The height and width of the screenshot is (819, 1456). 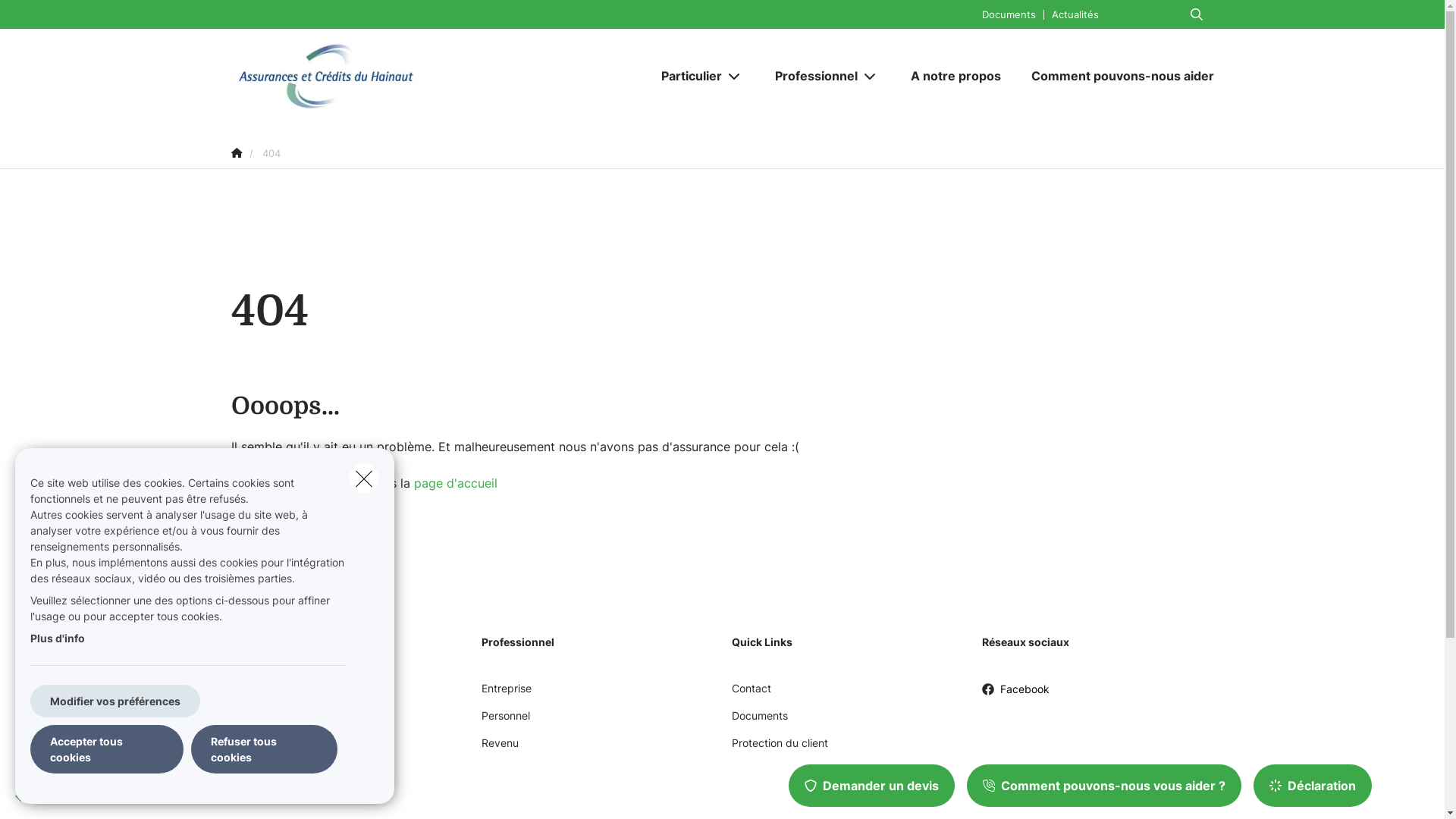 What do you see at coordinates (1008, 14) in the screenshot?
I see `'Documents'` at bounding box center [1008, 14].